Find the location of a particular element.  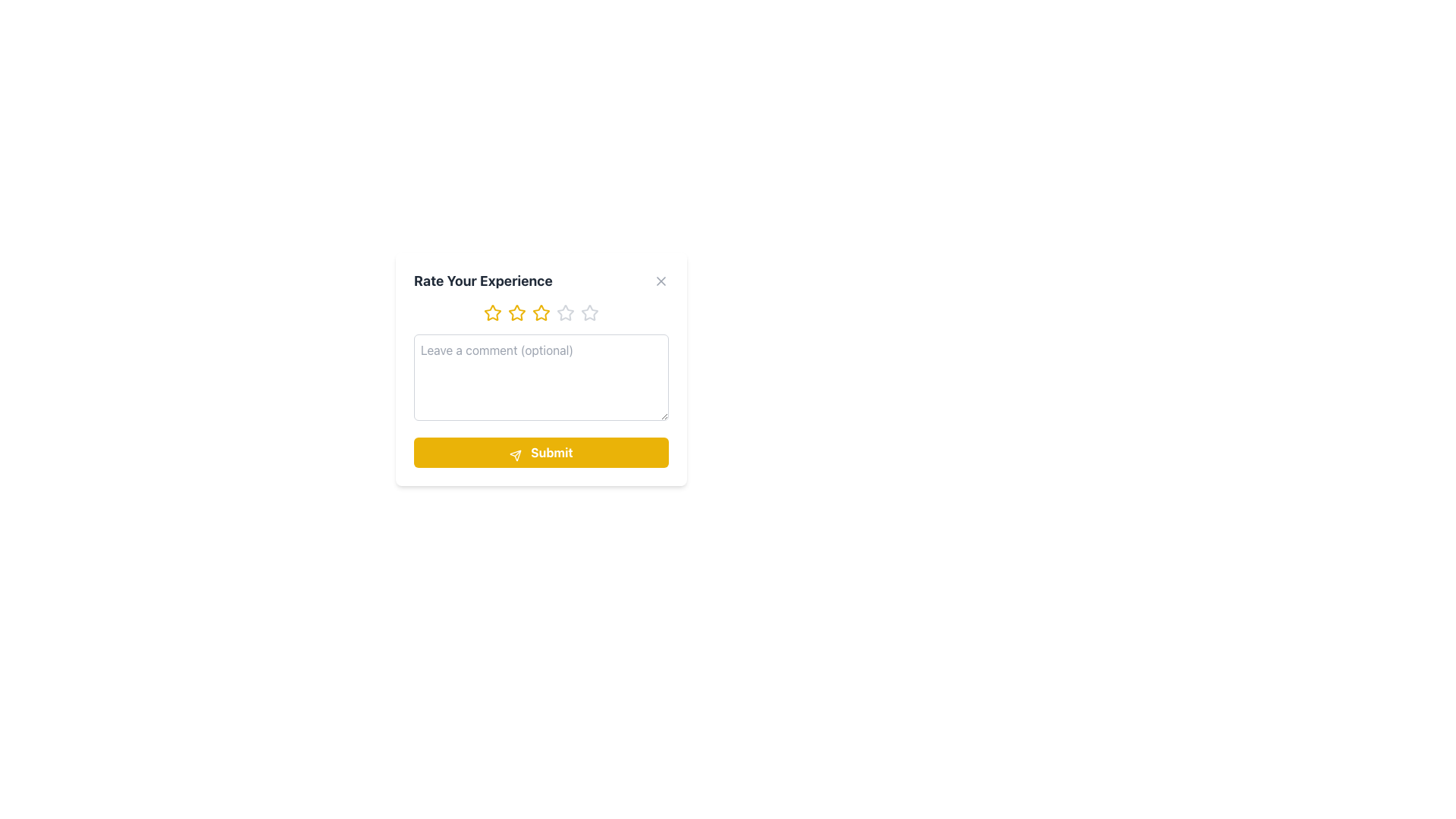

the close button located at the top-right corner of the 'Rate Your Experience' dialog box is located at coordinates (661, 281).